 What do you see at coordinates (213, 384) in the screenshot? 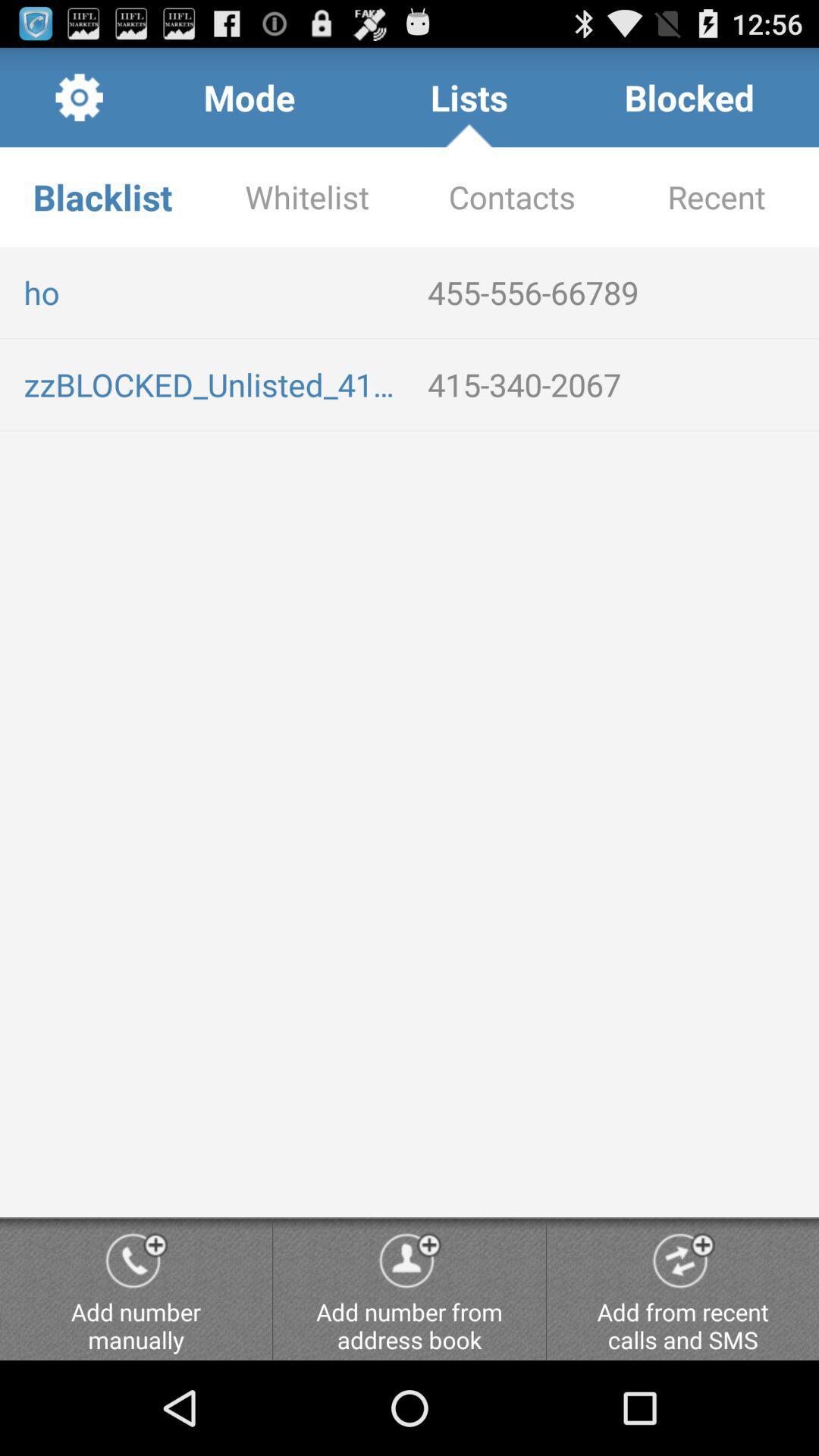
I see `the zzblocked_unlisted_4153402067` at bounding box center [213, 384].